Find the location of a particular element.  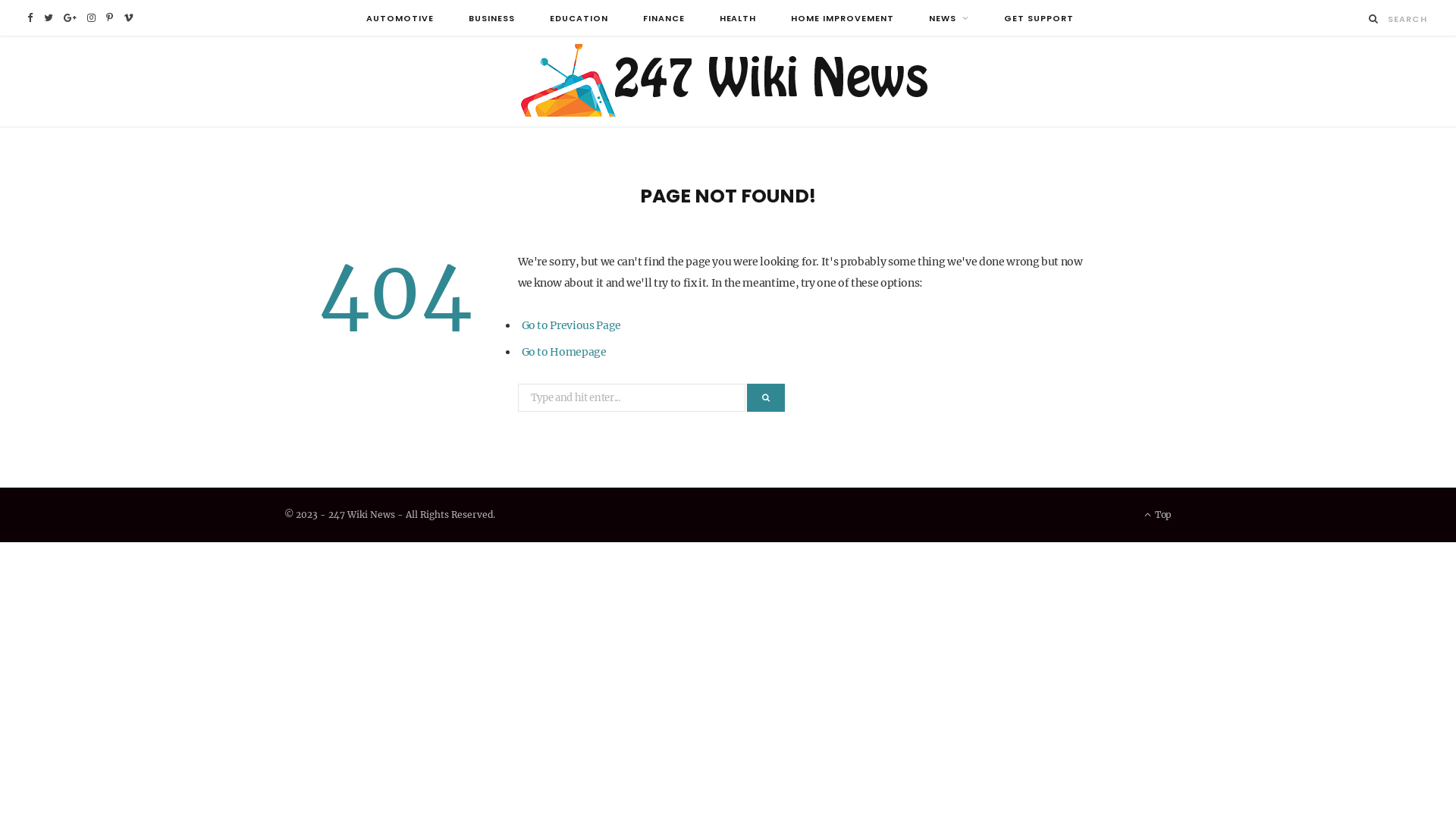

'AUTOMOTIVE' is located at coordinates (400, 17).